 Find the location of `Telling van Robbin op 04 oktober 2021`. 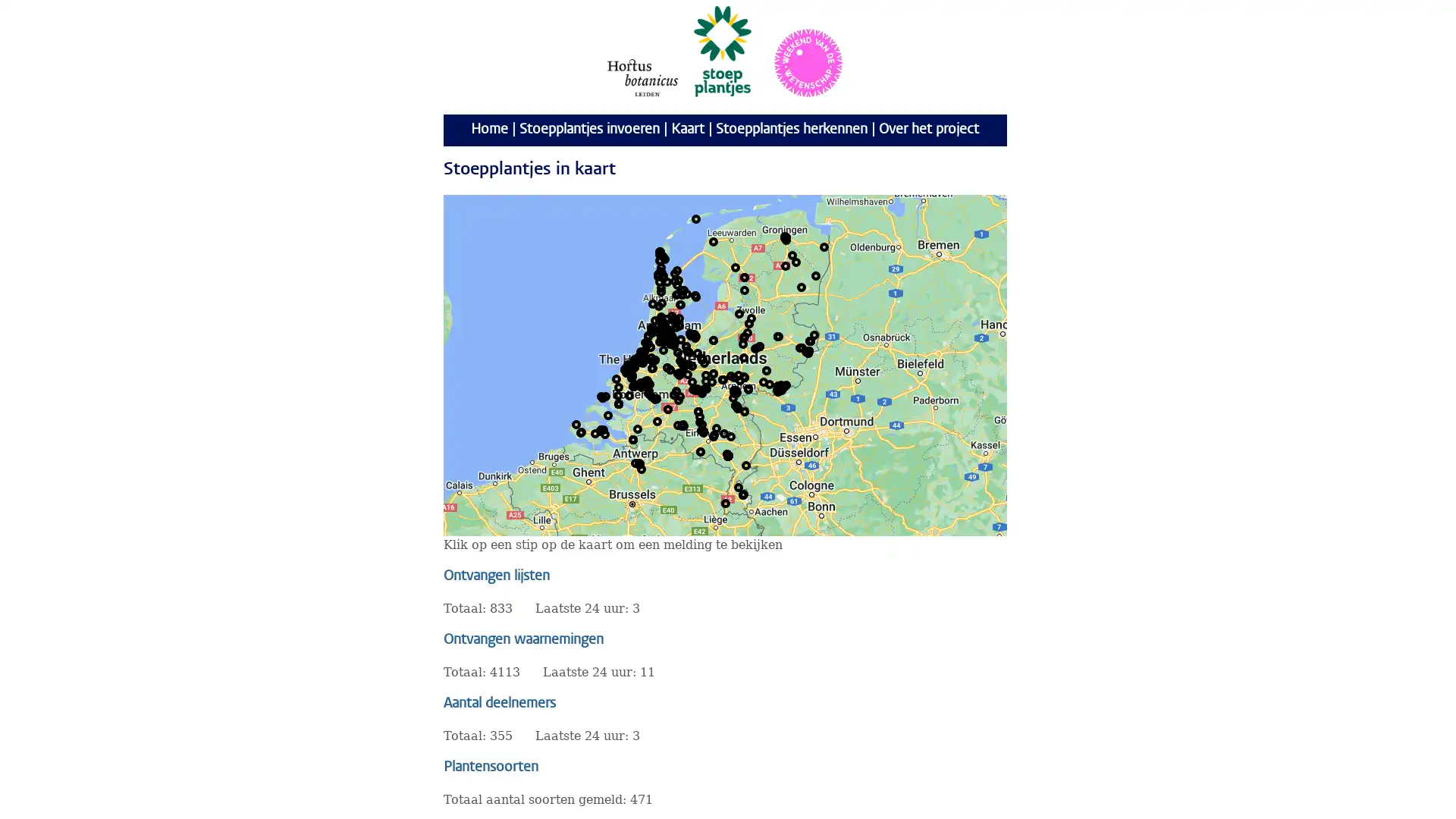

Telling van Robbin op 04 oktober 2021 is located at coordinates (808, 339).